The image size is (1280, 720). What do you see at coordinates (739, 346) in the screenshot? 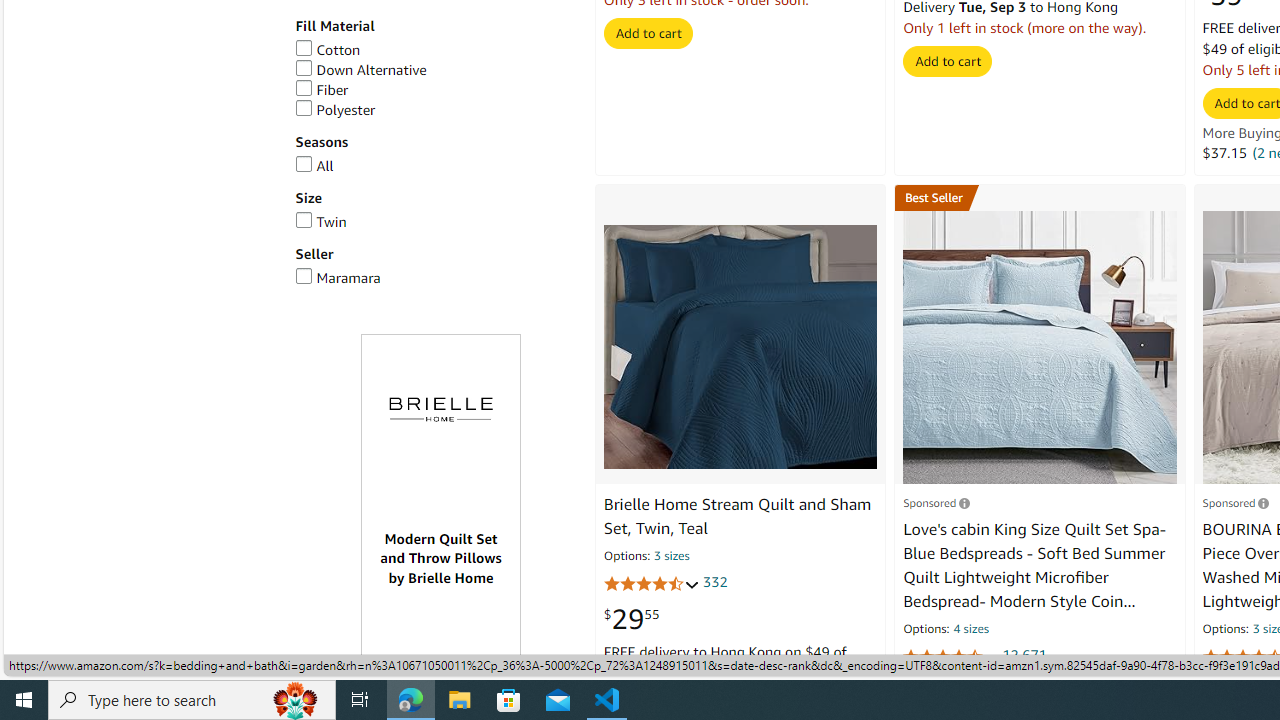
I see `'Brielle Home Stream Quilt and Sham Set, Twin, Teal'` at bounding box center [739, 346].